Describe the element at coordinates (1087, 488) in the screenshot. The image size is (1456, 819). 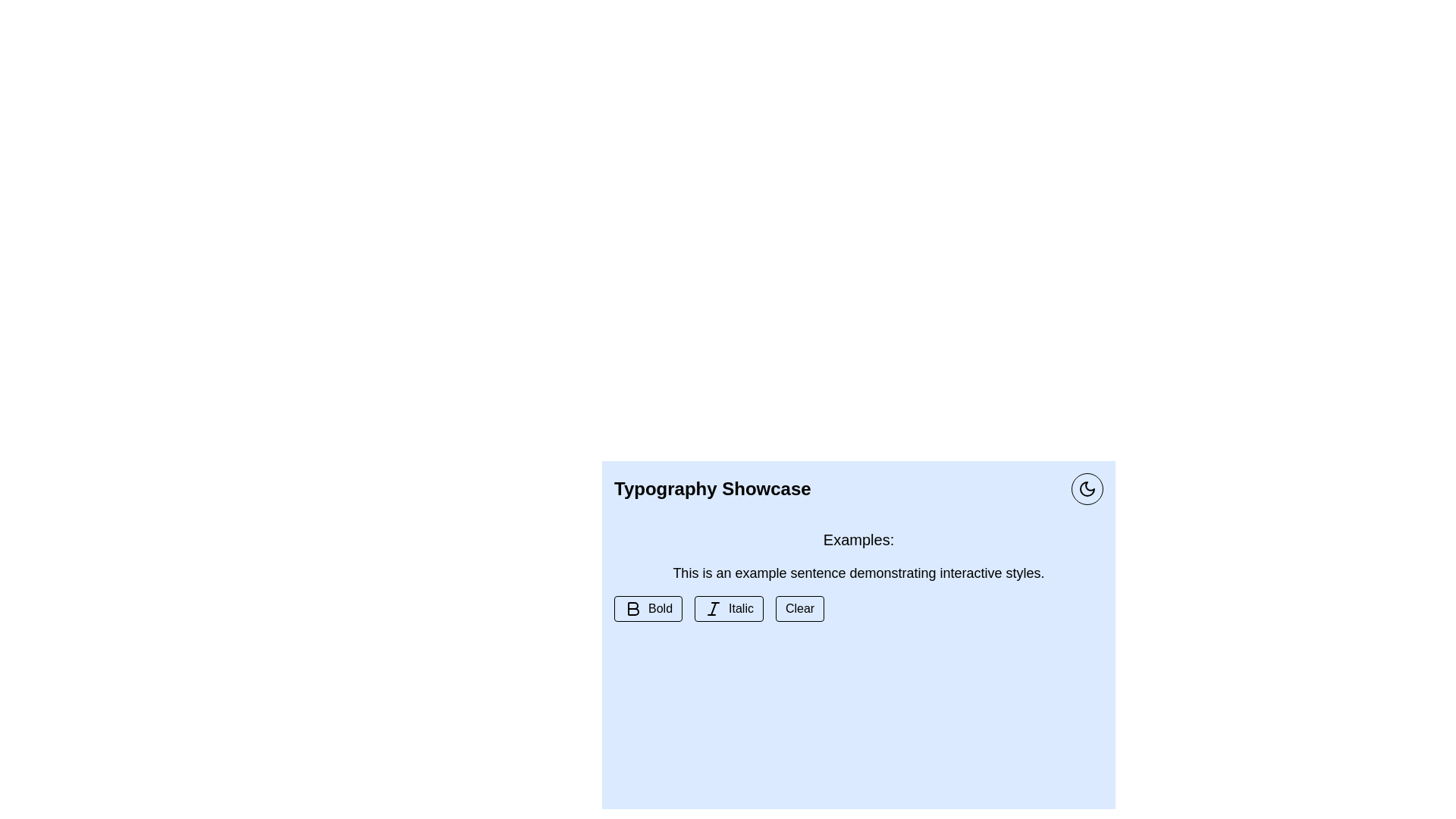
I see `the crescent moon icon in the top-right corner of the 'Typography Showcase' header` at that location.